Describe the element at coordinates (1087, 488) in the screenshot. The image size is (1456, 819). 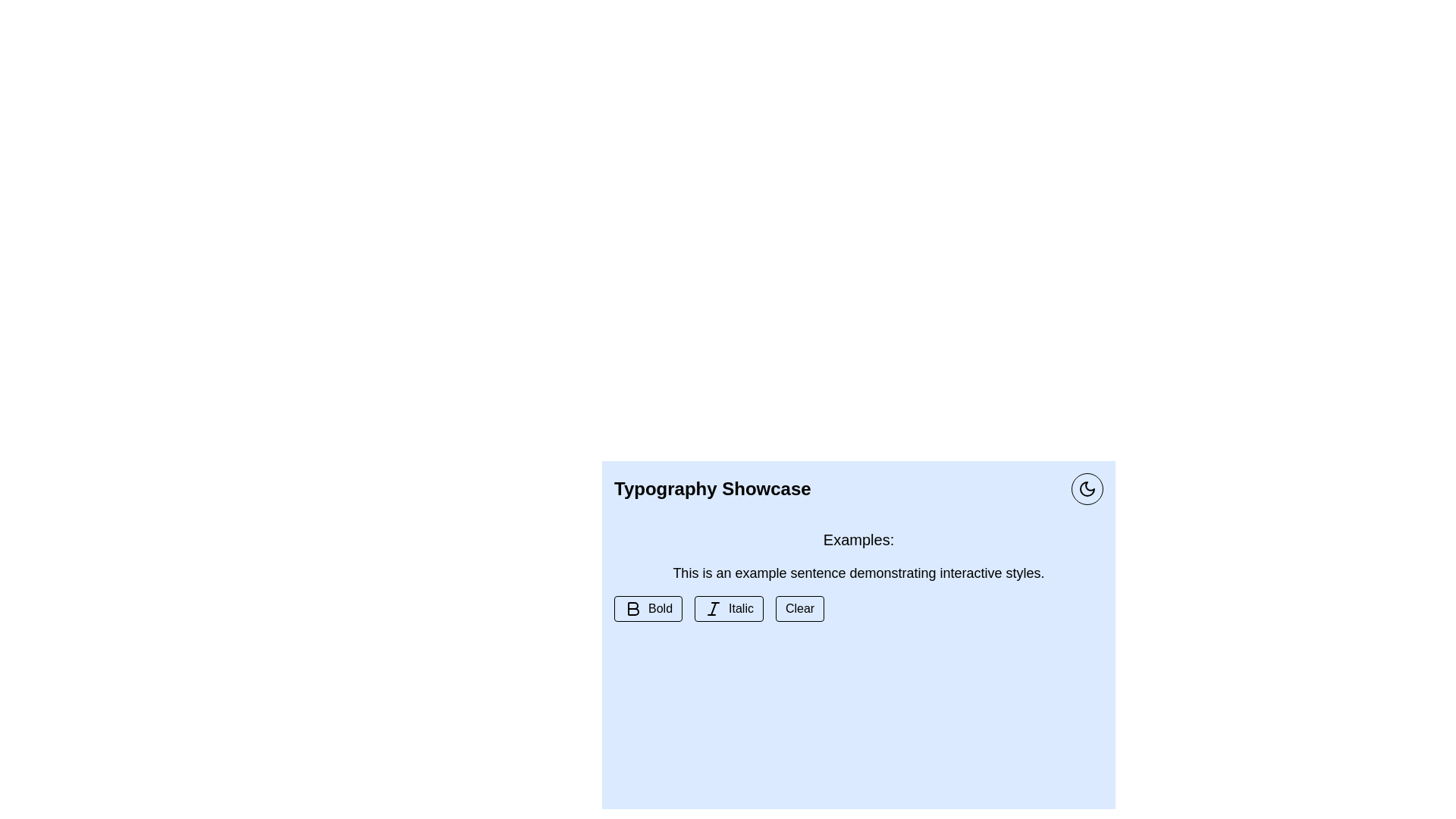
I see `the crescent moon icon in the top-right corner of the 'Typography Showcase' header` at that location.